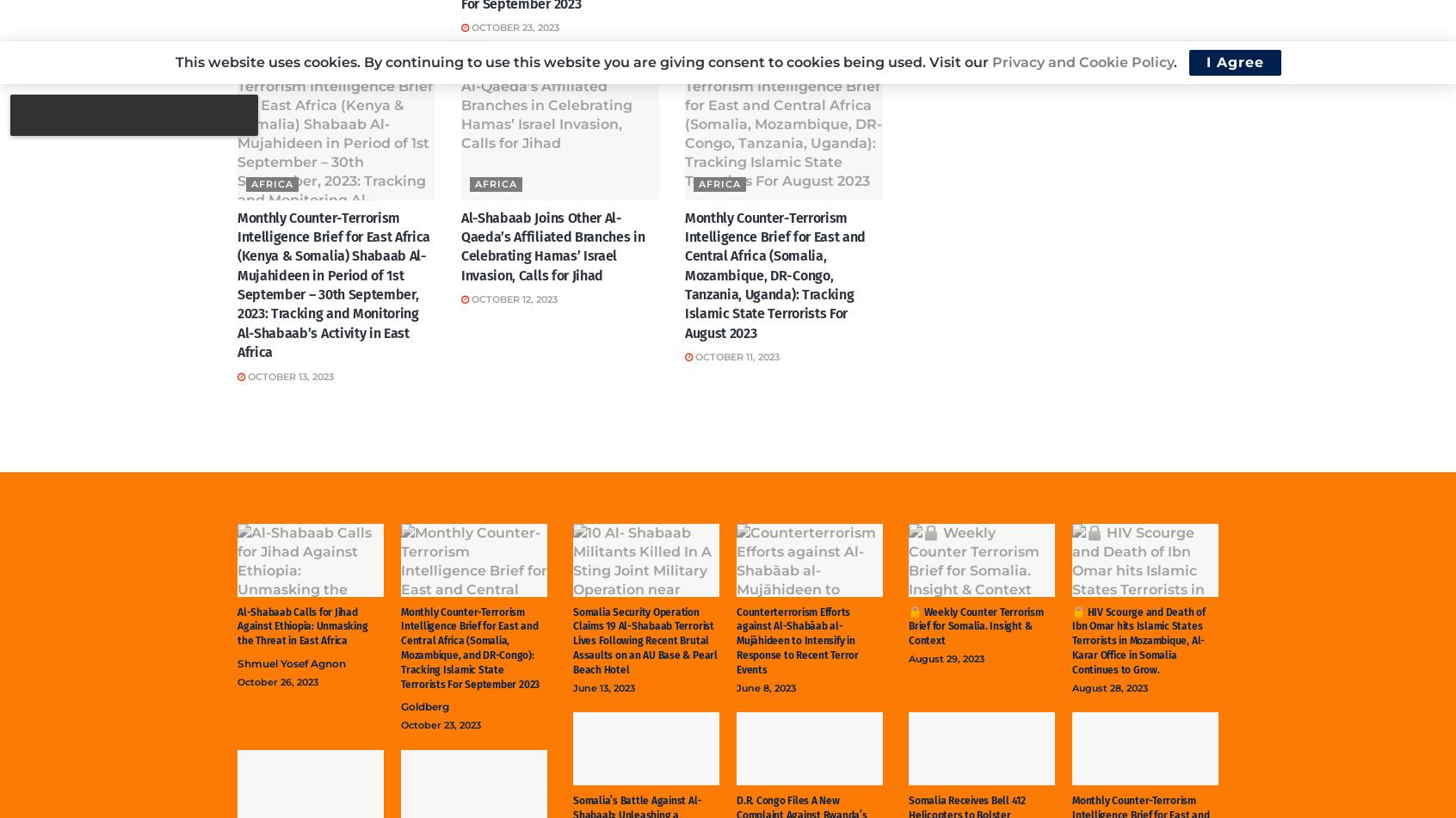  I want to click on 'Al-Shabaab Joins Other Al-Qaeda’s Affiliated Branches in Celebrating Hamas’ Israel Invasion, Calls for Jihad', so click(552, 245).